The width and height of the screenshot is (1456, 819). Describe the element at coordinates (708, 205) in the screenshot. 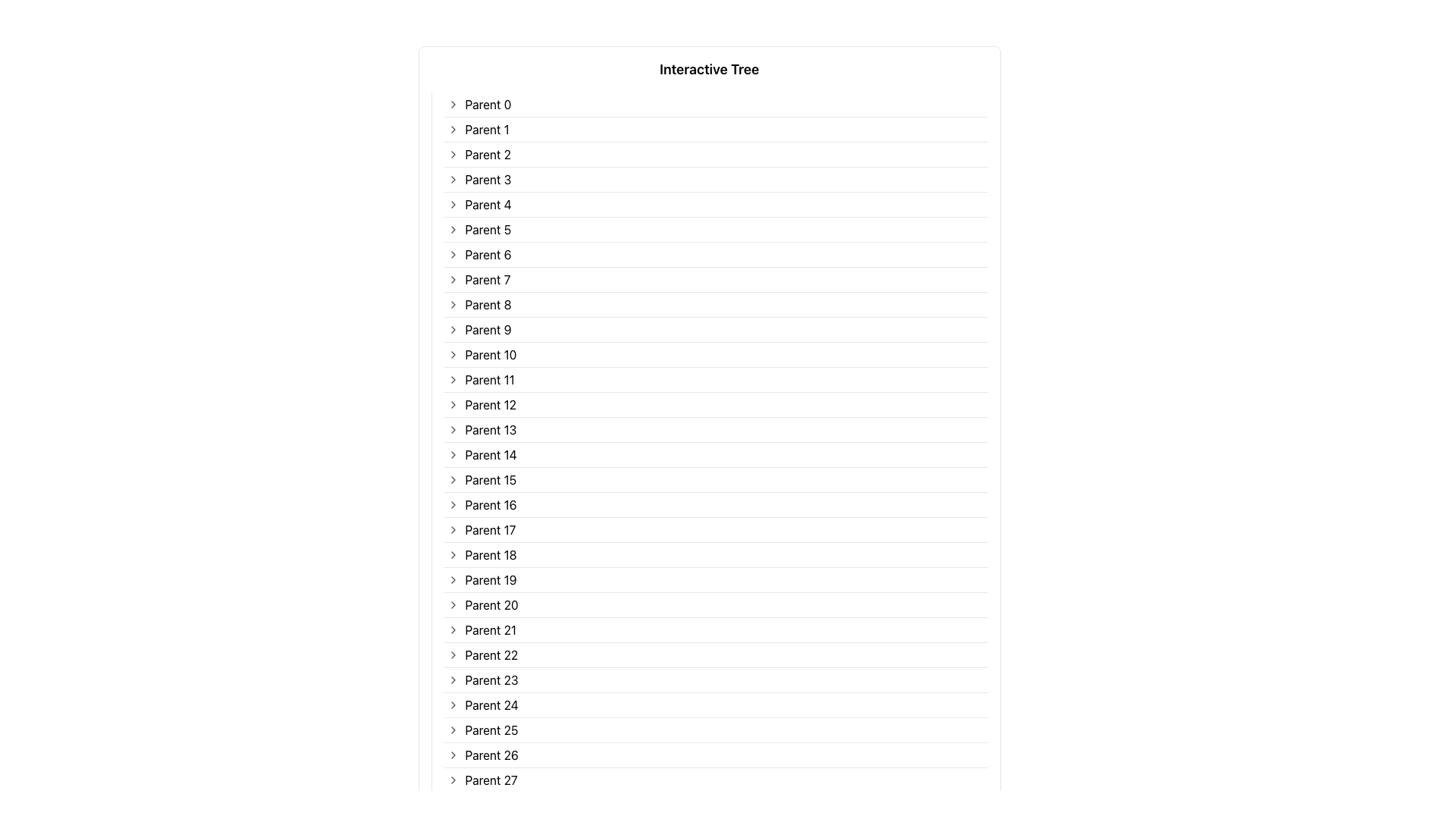

I see `the chevron next to the fifth Tree item in the list` at that location.